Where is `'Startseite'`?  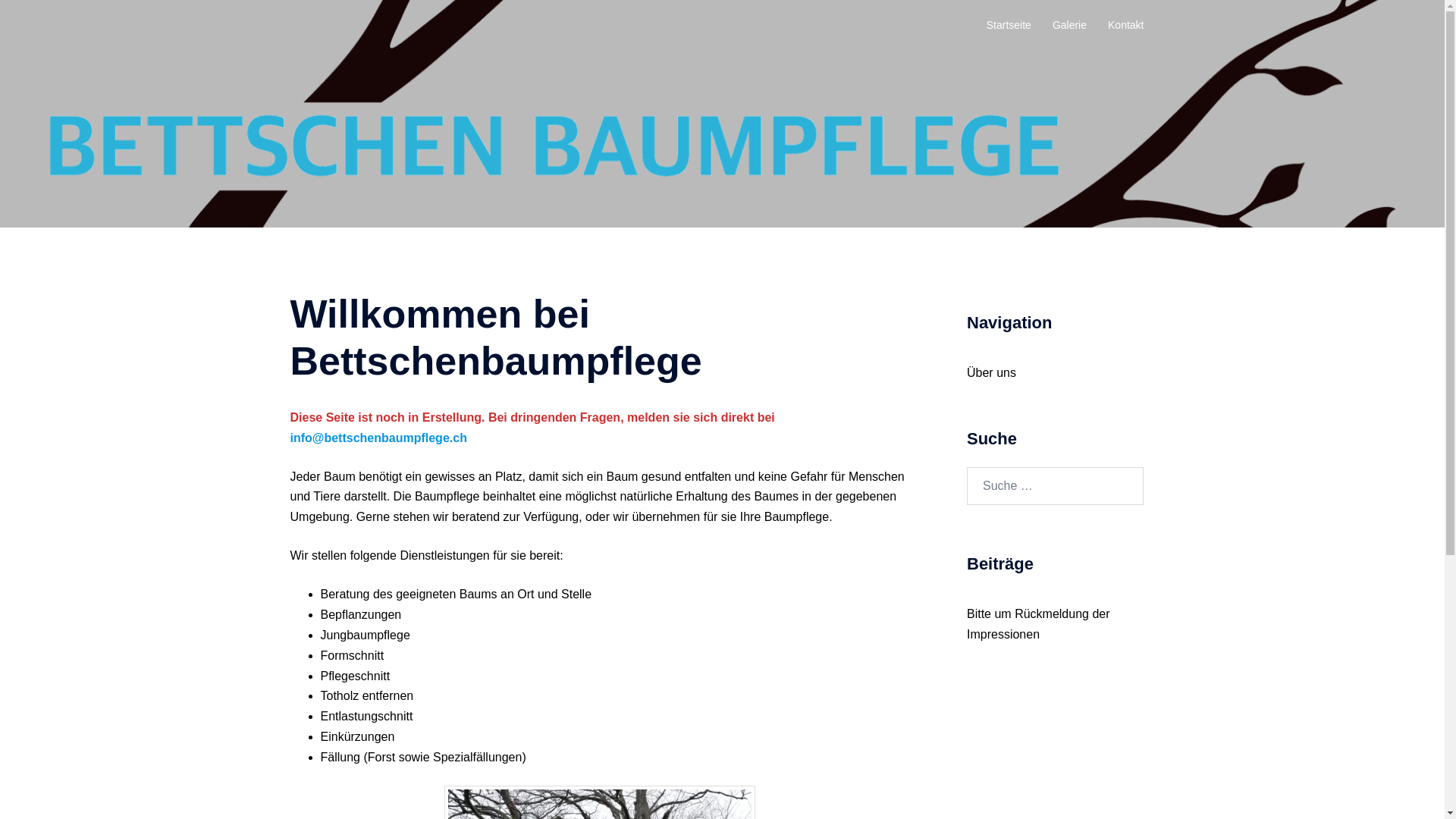
'Startseite' is located at coordinates (1009, 26).